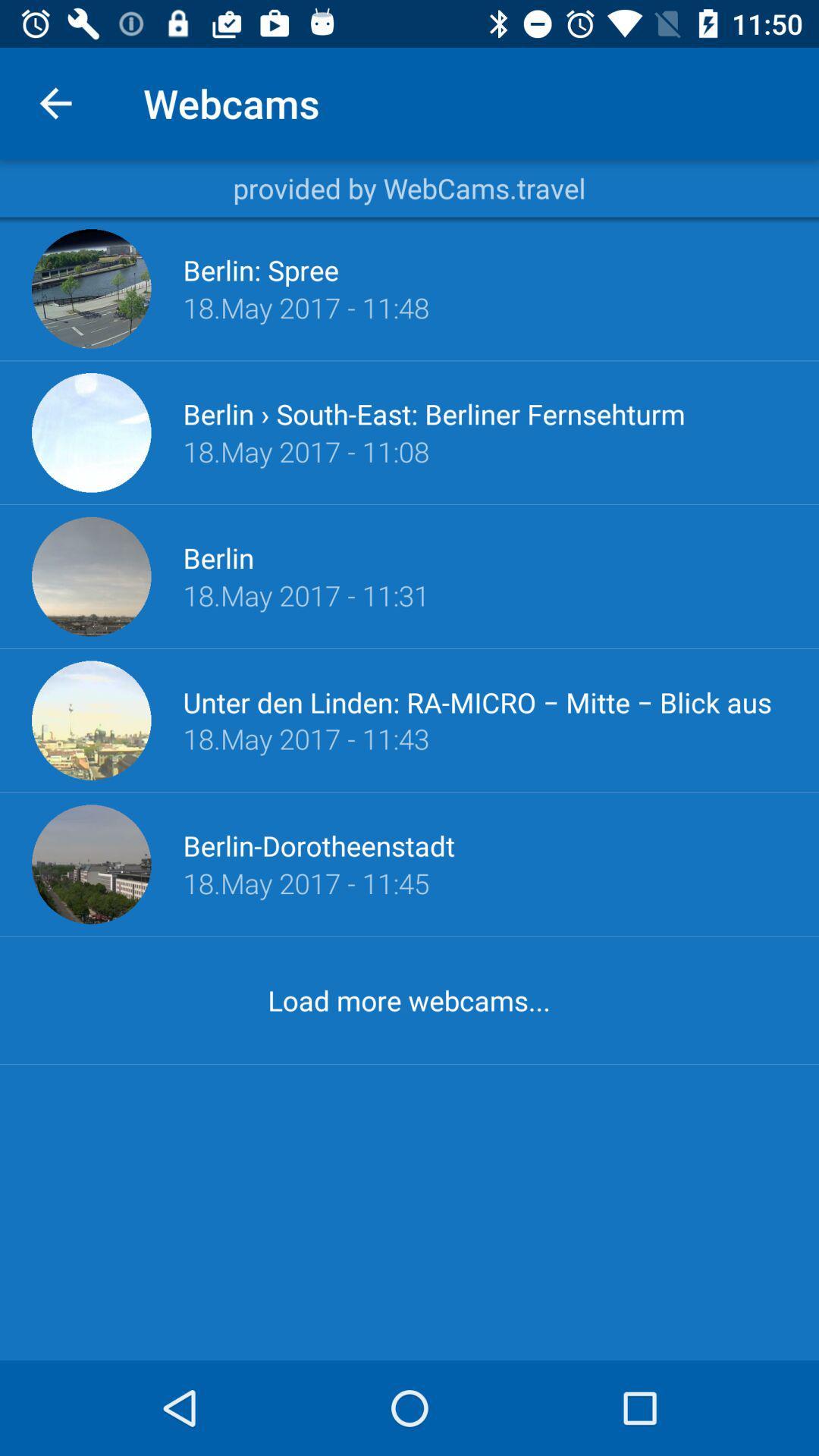 Image resolution: width=819 pixels, height=1456 pixels. Describe the element at coordinates (485, 701) in the screenshot. I see `item below 18 may 2017 icon` at that location.